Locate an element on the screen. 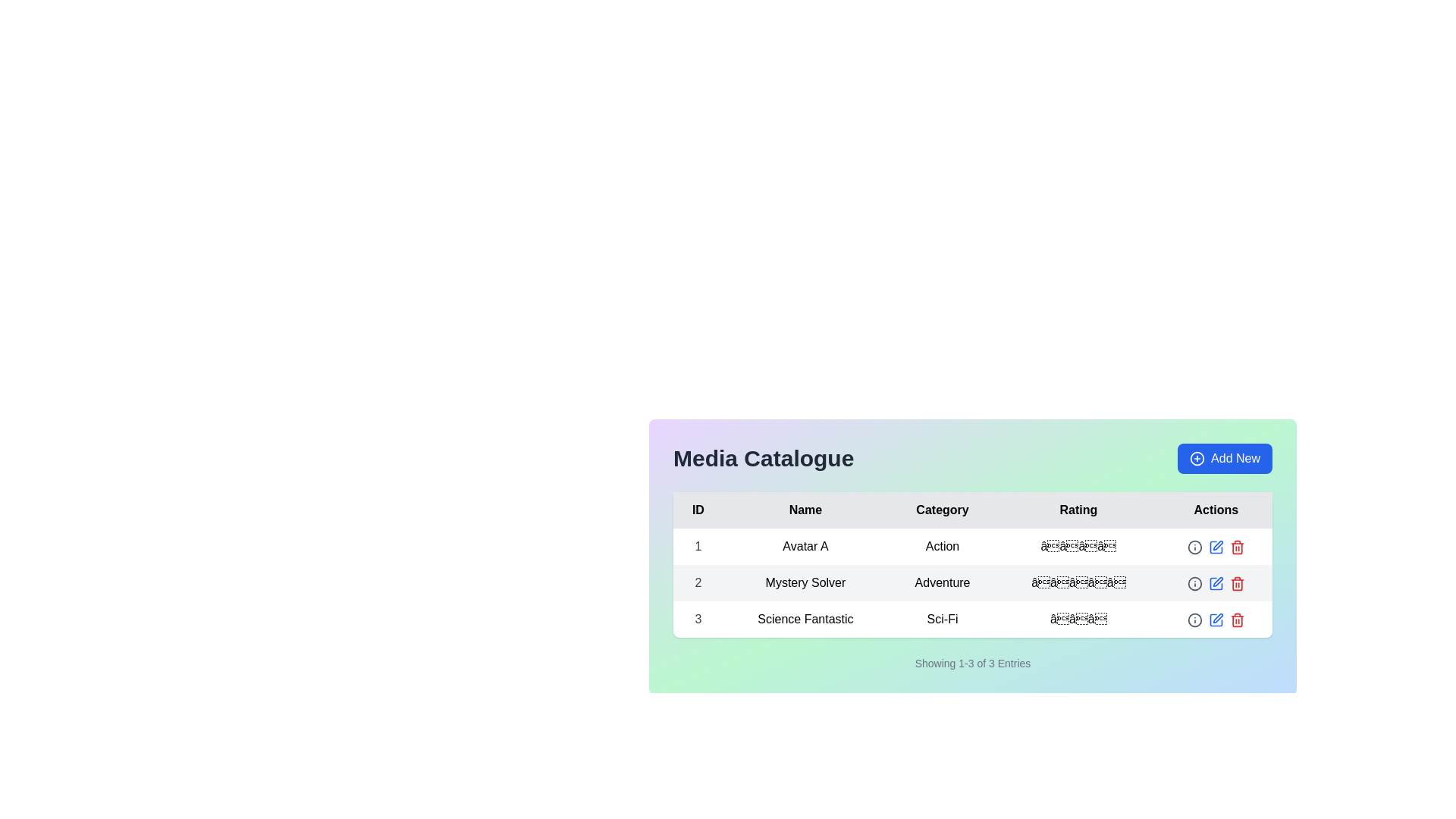 The image size is (1456, 819). the graphical circle component located in the 'Actions' column of the table for the 'Sci-Fi' category entry, which conveys information as part of an icon is located at coordinates (1194, 582).